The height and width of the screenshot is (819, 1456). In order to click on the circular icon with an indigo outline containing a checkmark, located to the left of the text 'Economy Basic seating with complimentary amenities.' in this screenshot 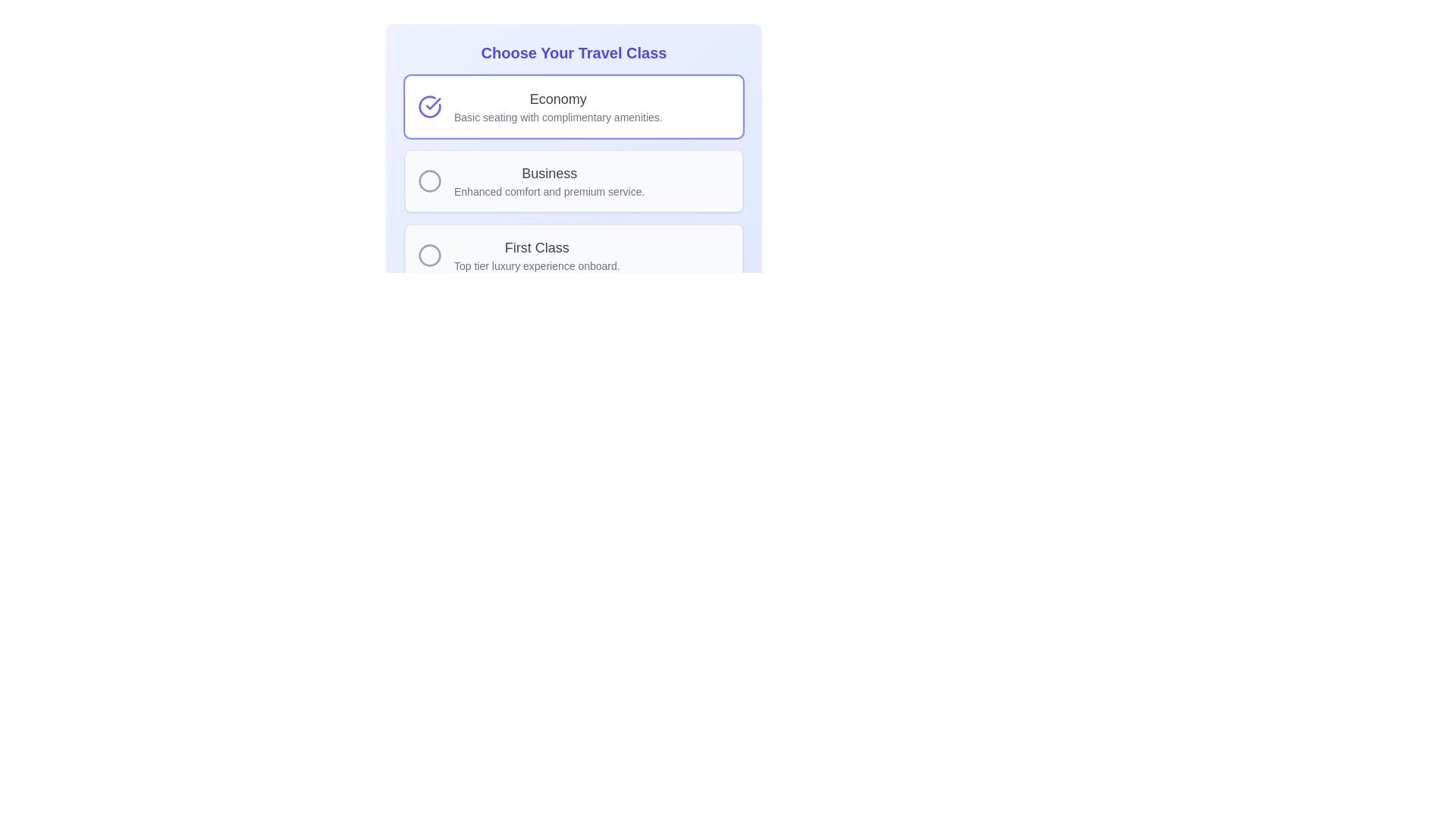, I will do `click(435, 106)`.